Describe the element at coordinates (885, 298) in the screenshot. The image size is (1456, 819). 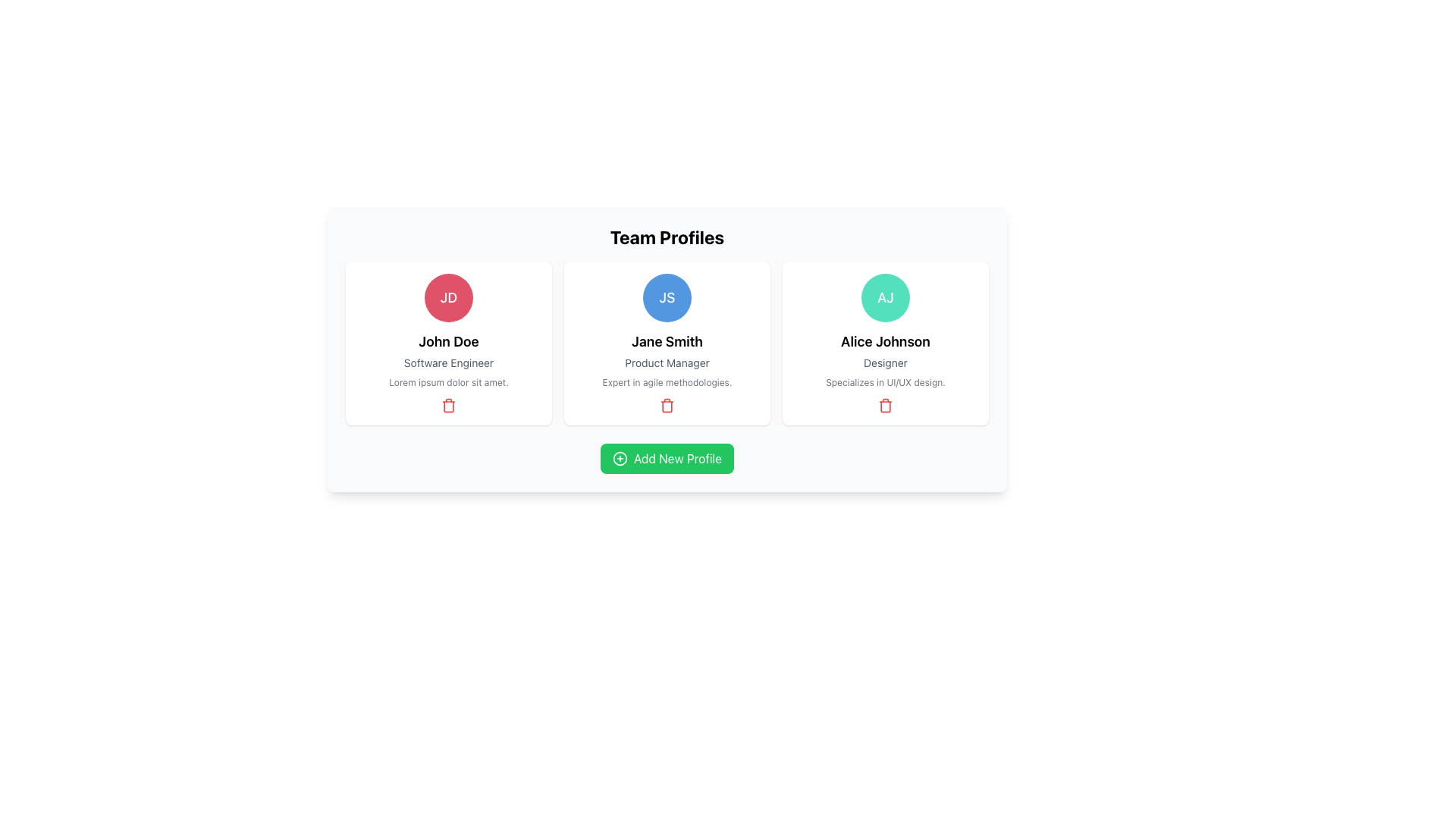
I see `the circular avatar representing Alice Johnson, which has the initials 'AJ' in white text on a teal background` at that location.